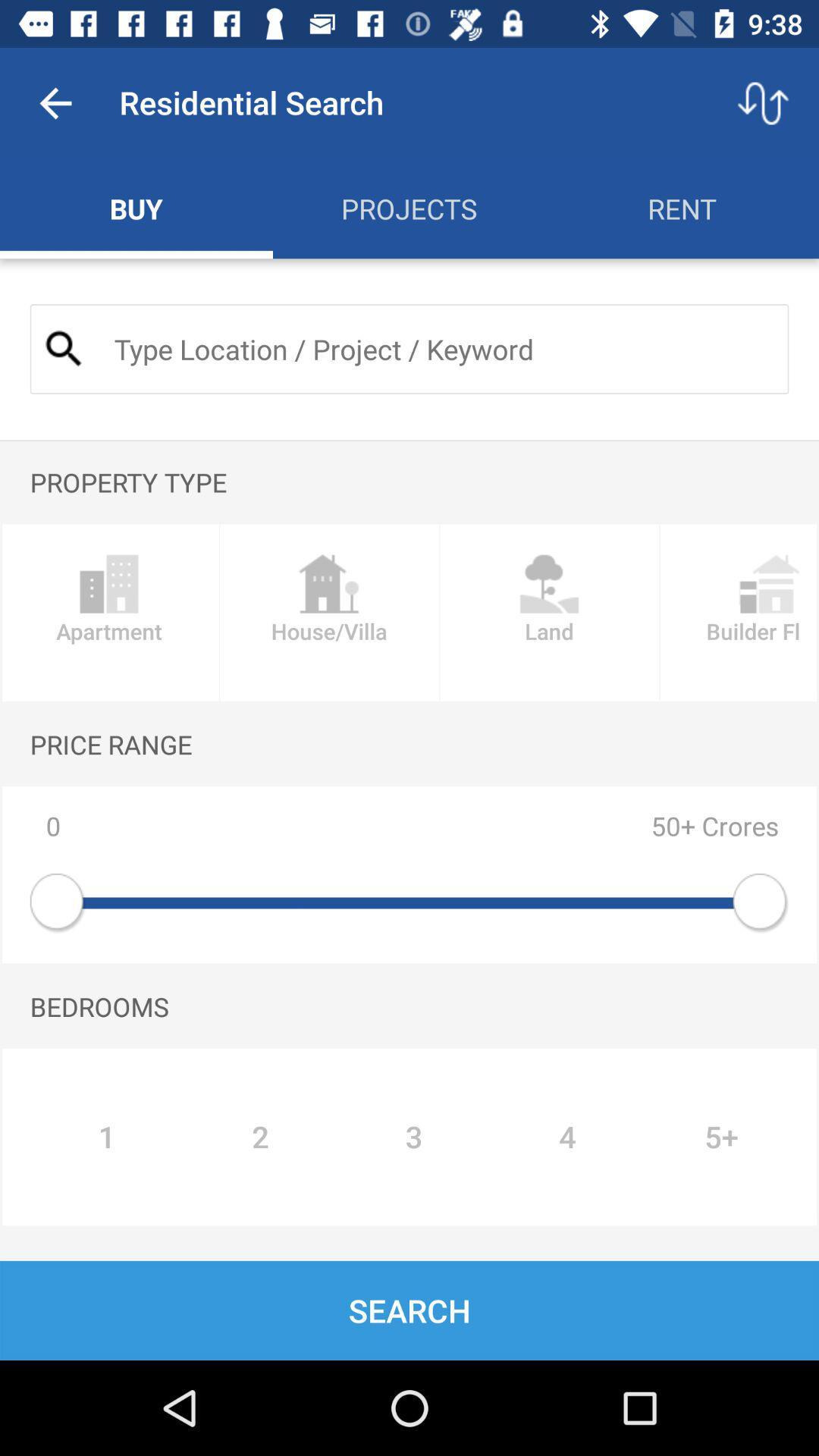  What do you see at coordinates (438, 348) in the screenshot?
I see `location or project name` at bounding box center [438, 348].